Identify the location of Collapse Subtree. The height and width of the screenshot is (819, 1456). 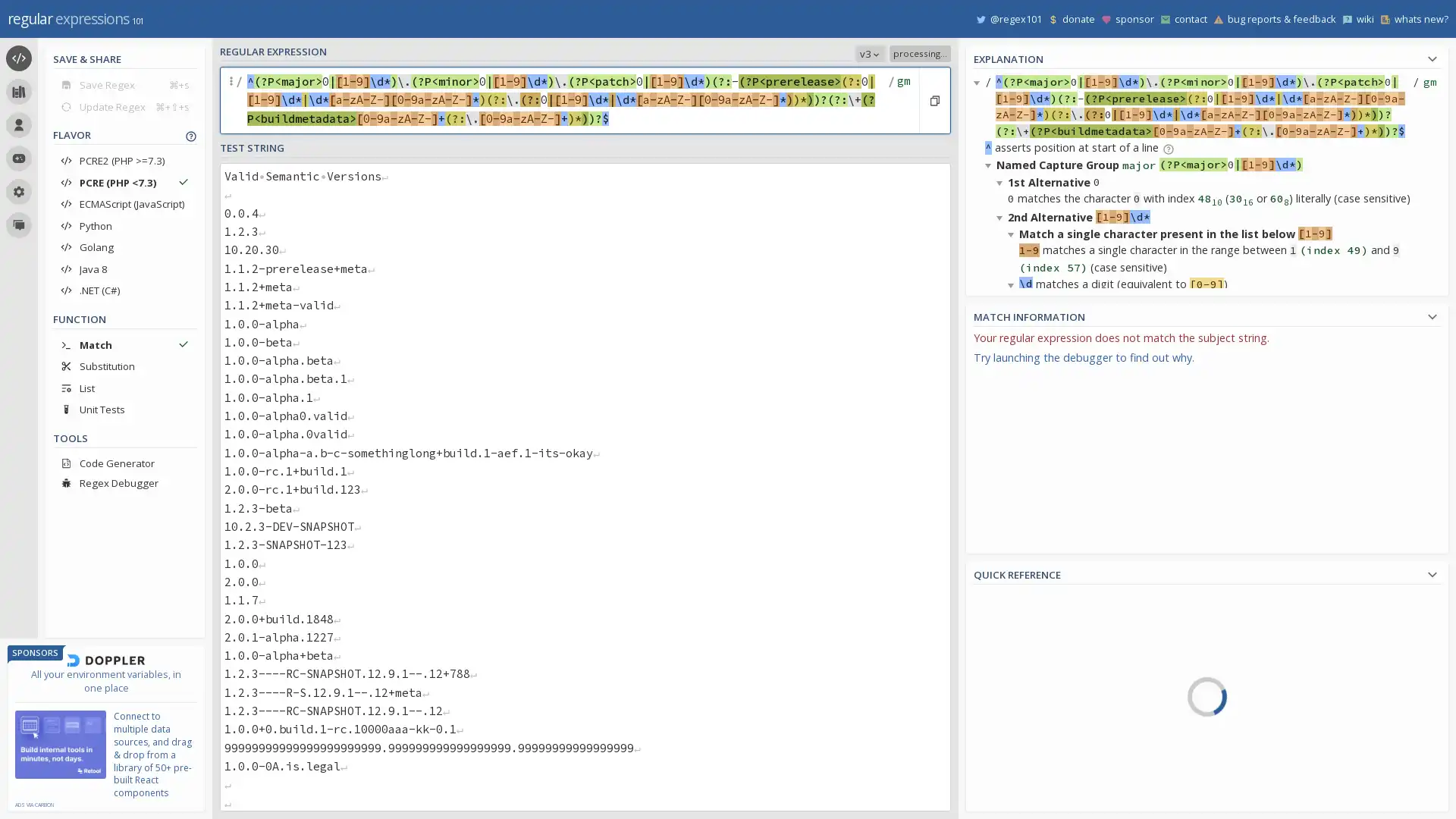
(1013, 662).